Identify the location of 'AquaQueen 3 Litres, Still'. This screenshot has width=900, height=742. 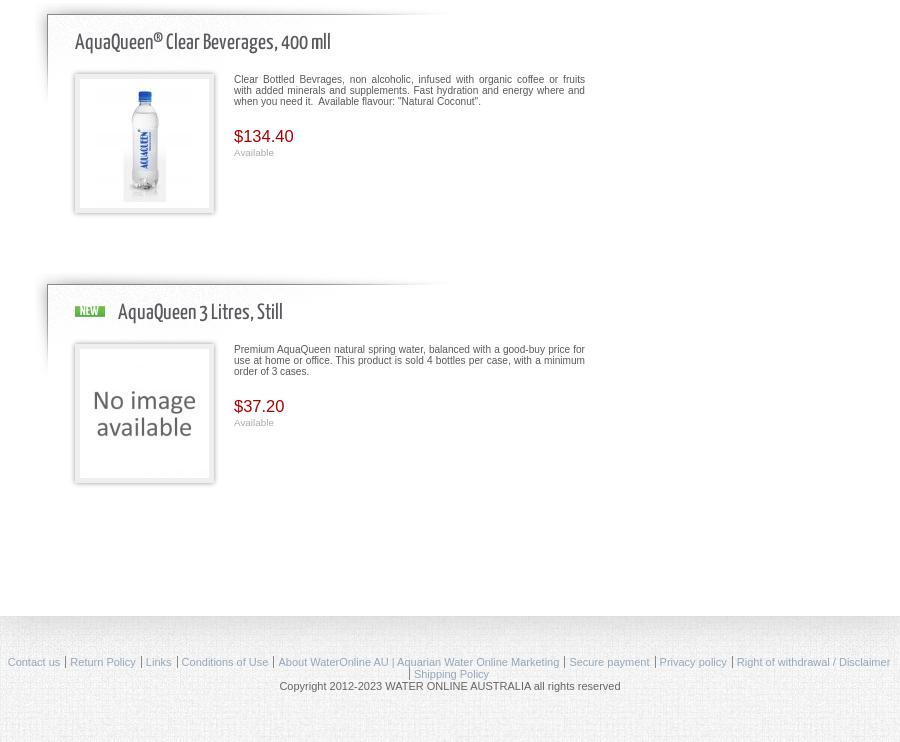
(199, 312).